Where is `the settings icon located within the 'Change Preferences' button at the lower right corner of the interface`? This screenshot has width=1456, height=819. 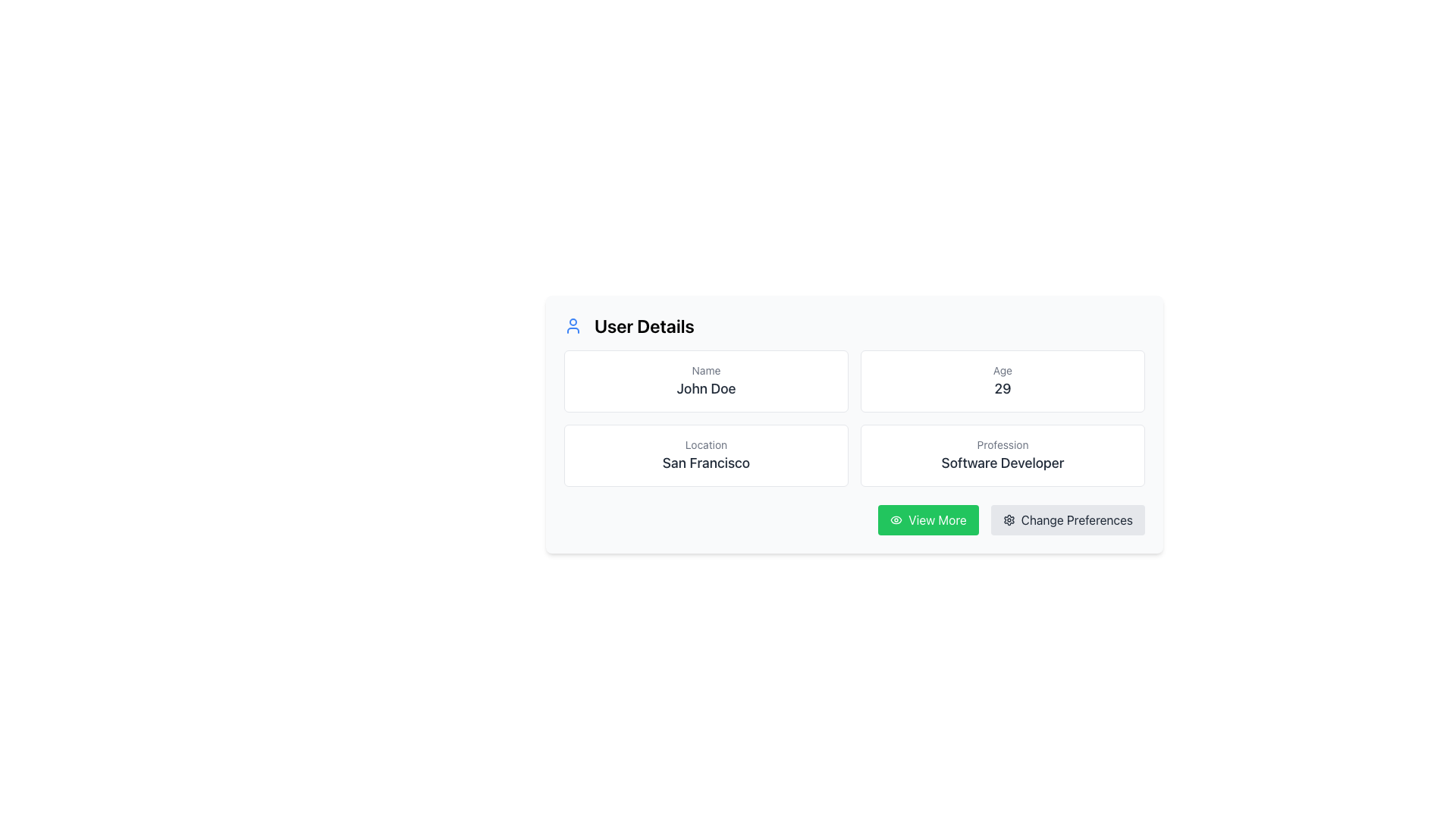
the settings icon located within the 'Change Preferences' button at the lower right corner of the interface is located at coordinates (1009, 519).